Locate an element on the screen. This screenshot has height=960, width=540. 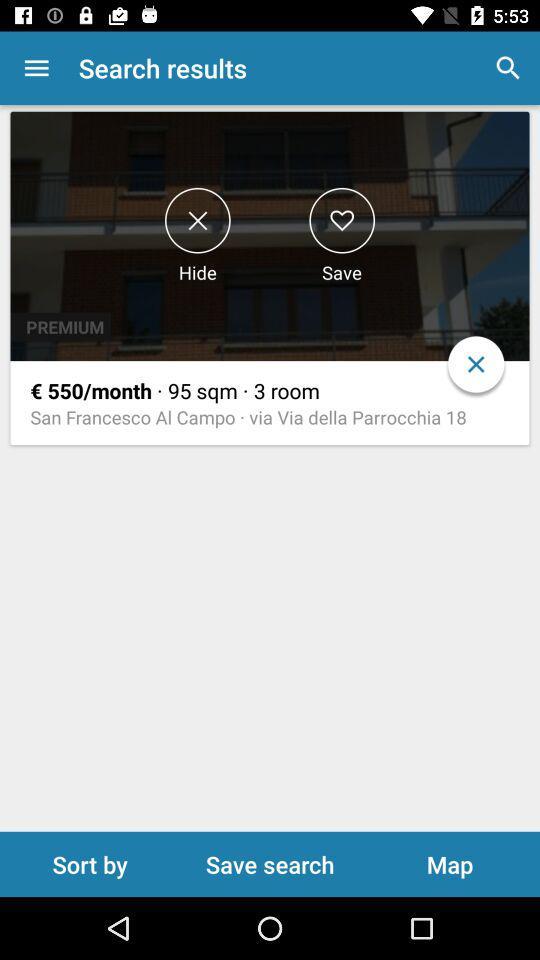
option for hide the result is located at coordinates (197, 220).